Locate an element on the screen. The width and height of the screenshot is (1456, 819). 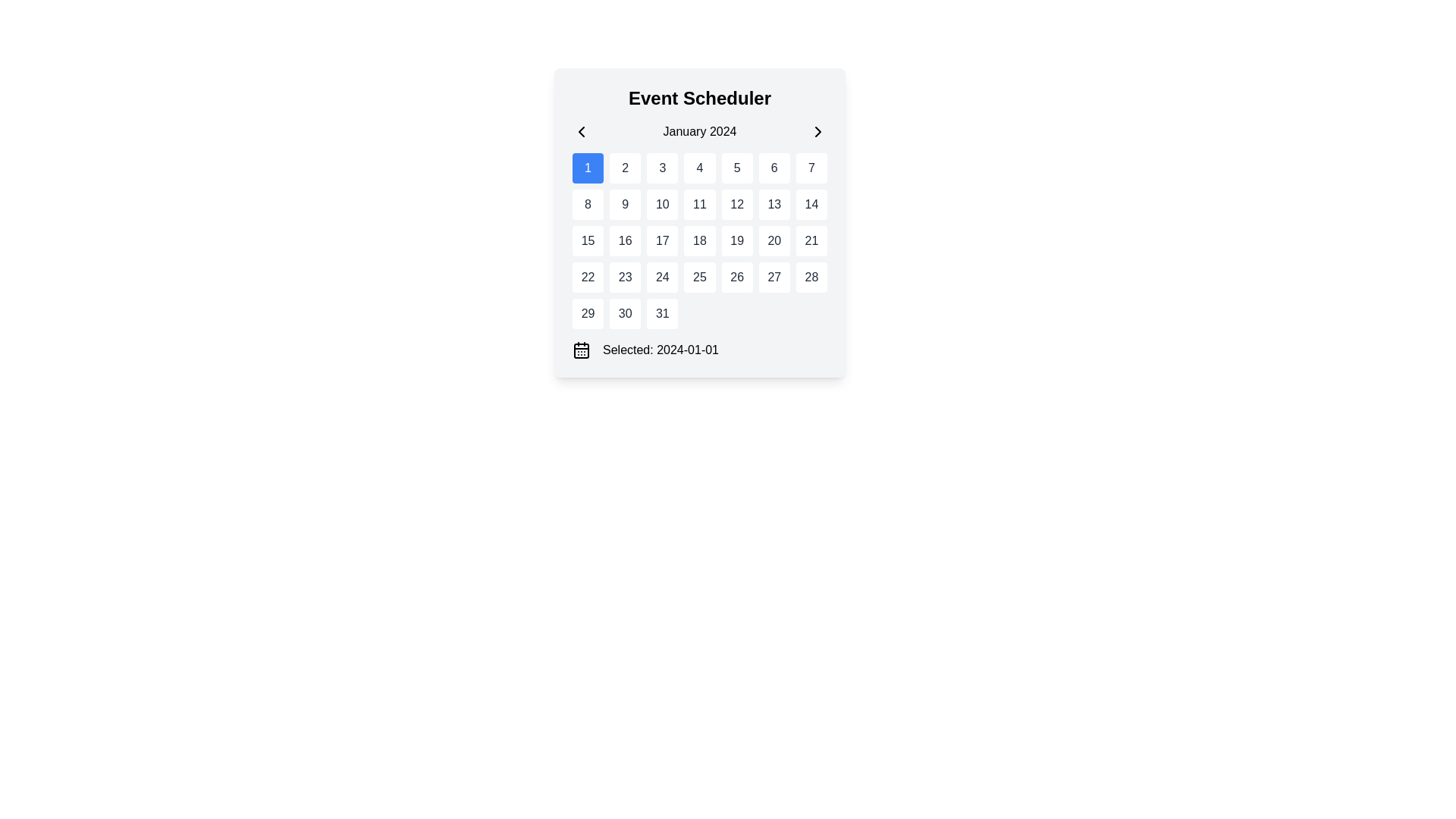
the white square button labeled '24' located in the fourth row and third column of the grid is located at coordinates (662, 278).